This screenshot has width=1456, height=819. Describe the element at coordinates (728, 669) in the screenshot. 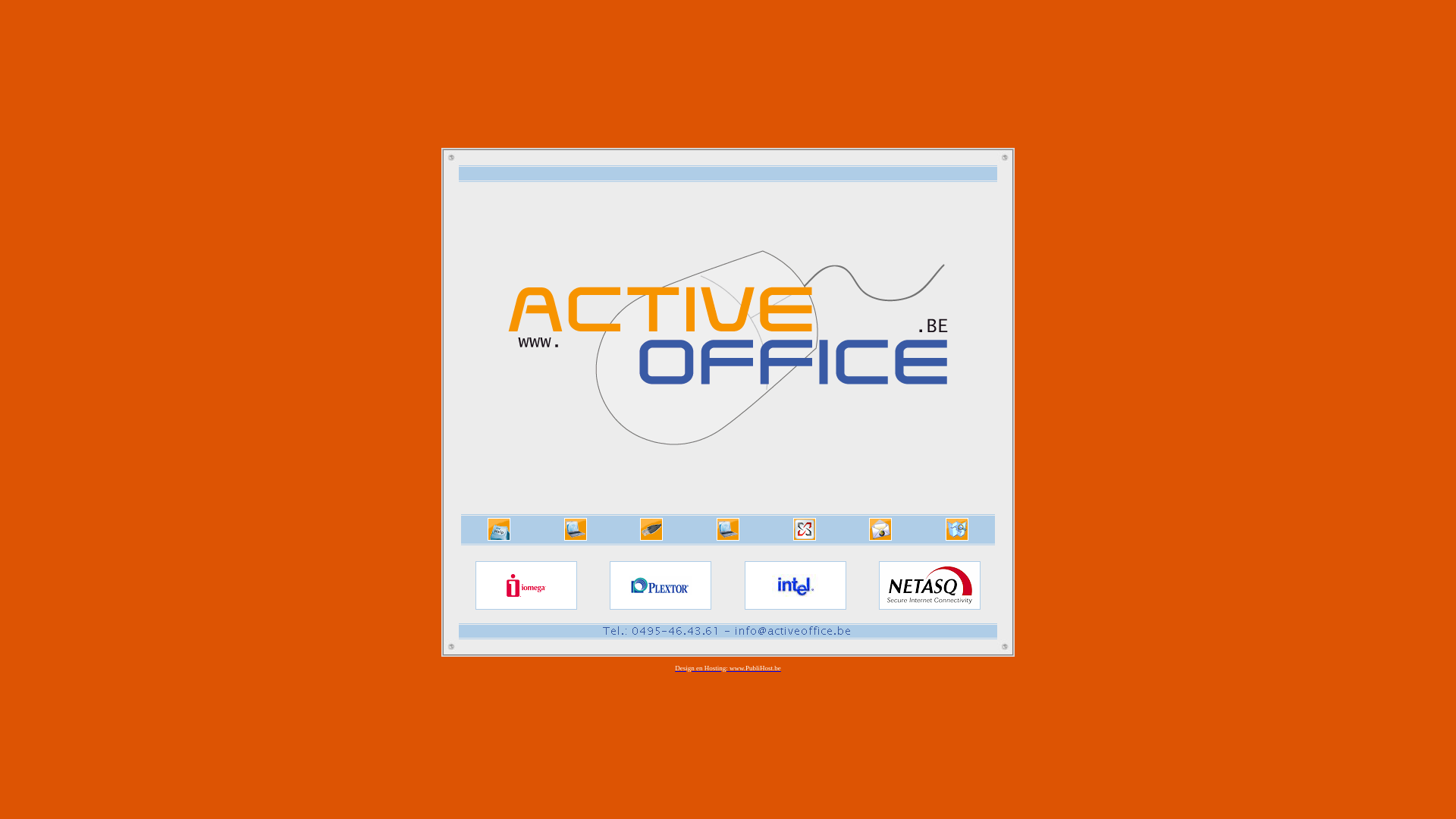

I see `'Design en Hosting: www.PubliHost.be'` at that location.